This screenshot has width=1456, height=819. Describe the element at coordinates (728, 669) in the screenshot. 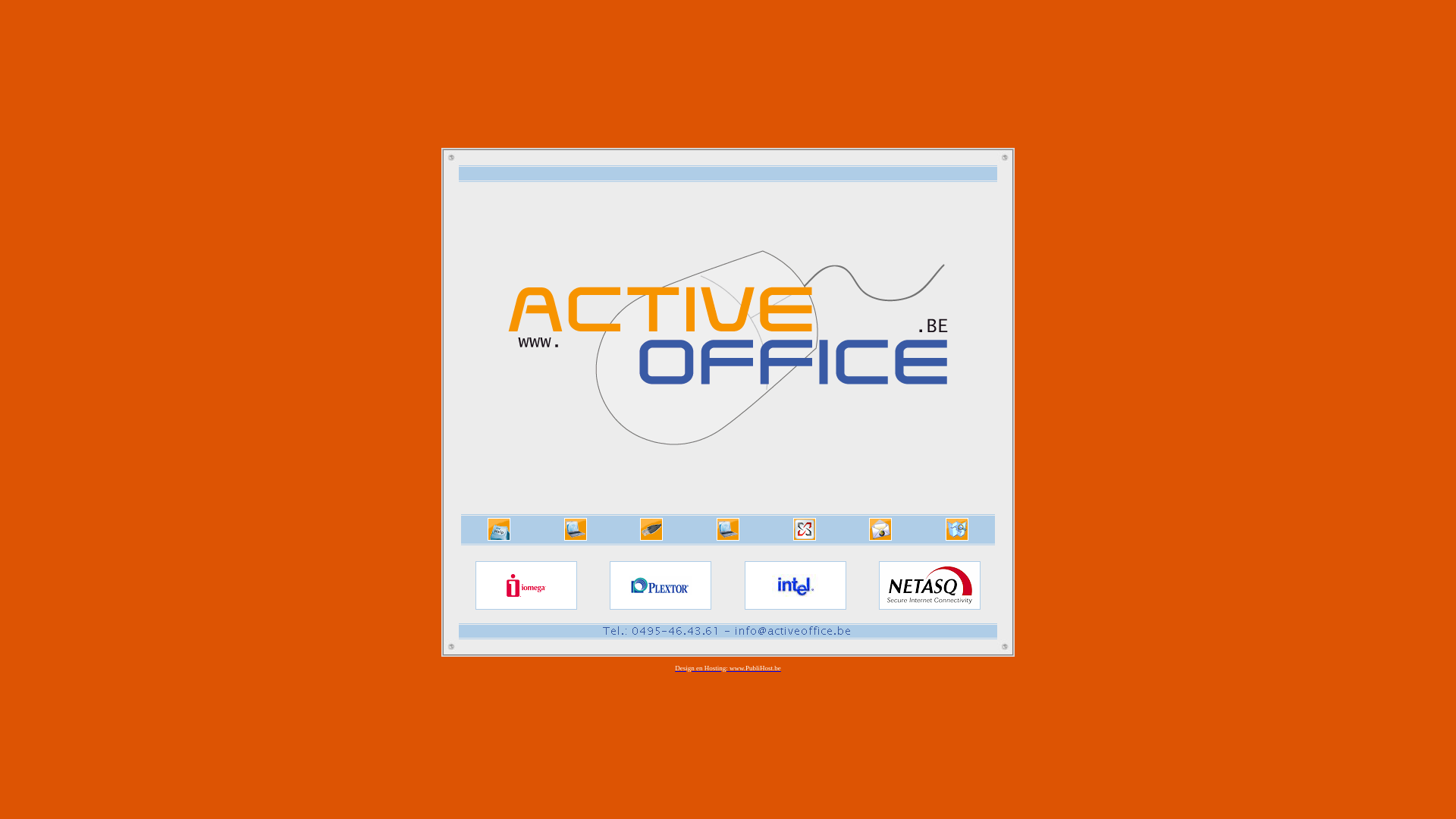

I see `'Design en Hosting: www.PubliHost.be'` at that location.